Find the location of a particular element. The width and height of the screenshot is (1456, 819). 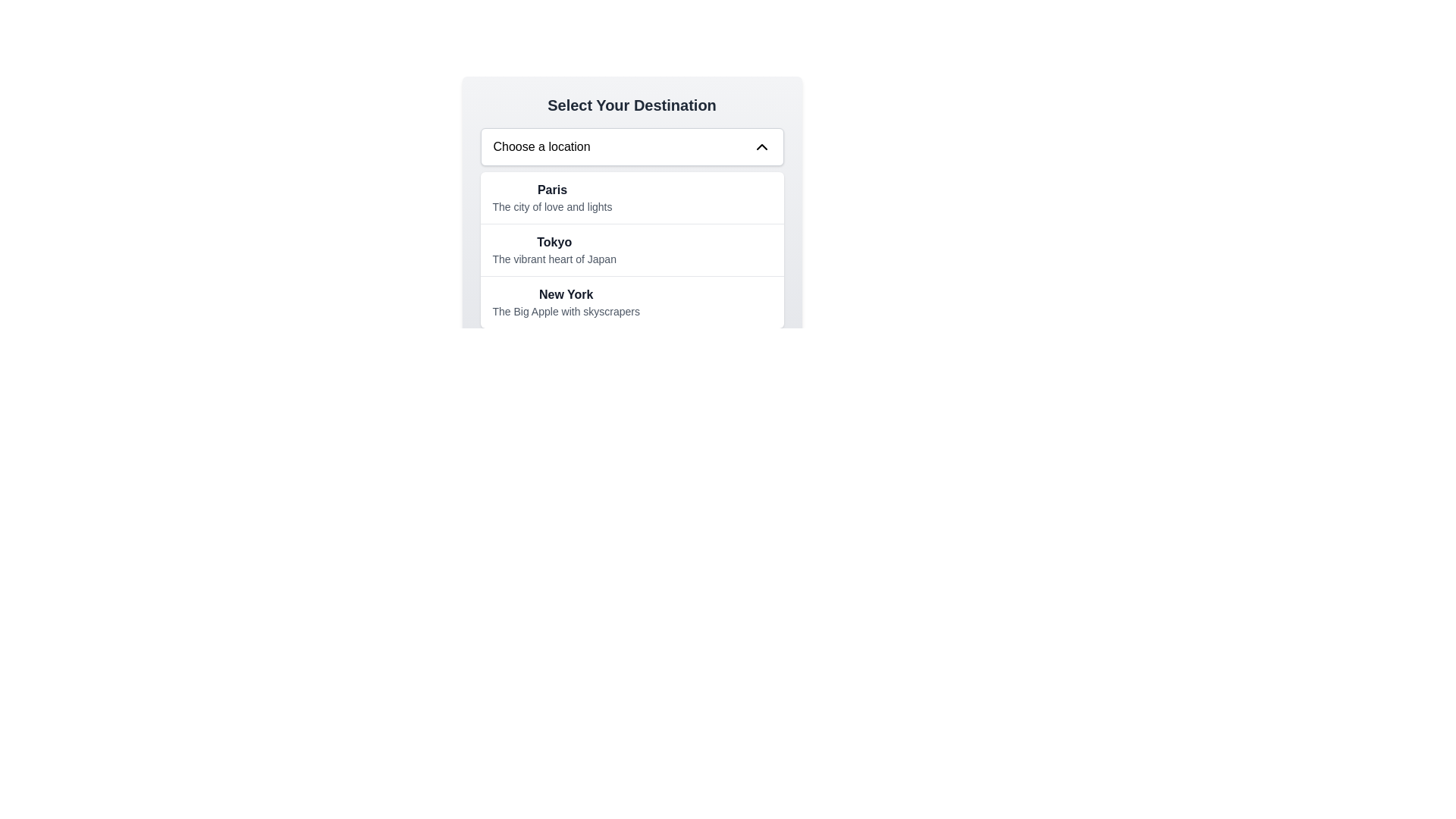

the option list item displaying 'Tokyo' is located at coordinates (632, 249).